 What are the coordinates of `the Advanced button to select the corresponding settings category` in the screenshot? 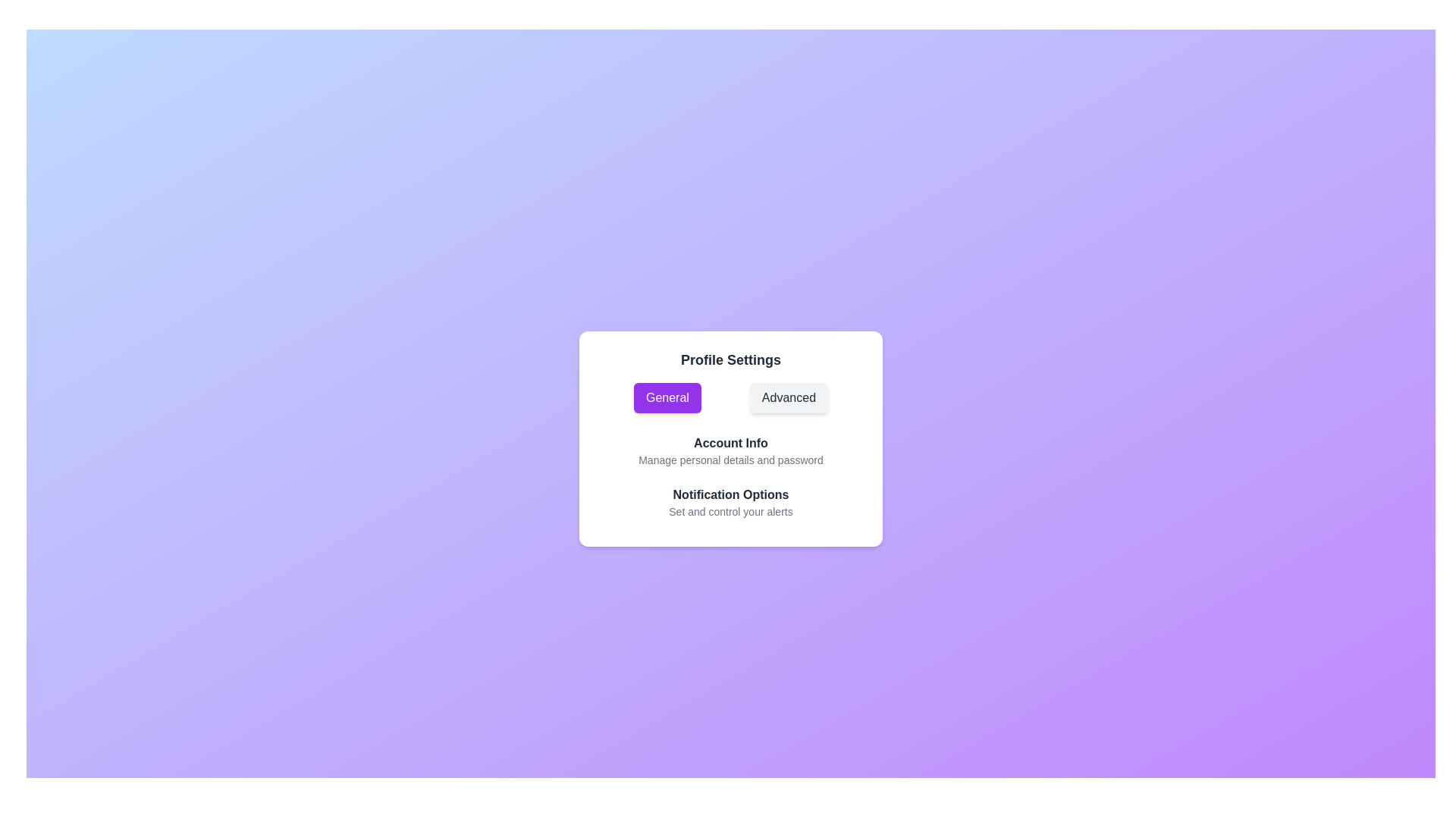 It's located at (789, 397).